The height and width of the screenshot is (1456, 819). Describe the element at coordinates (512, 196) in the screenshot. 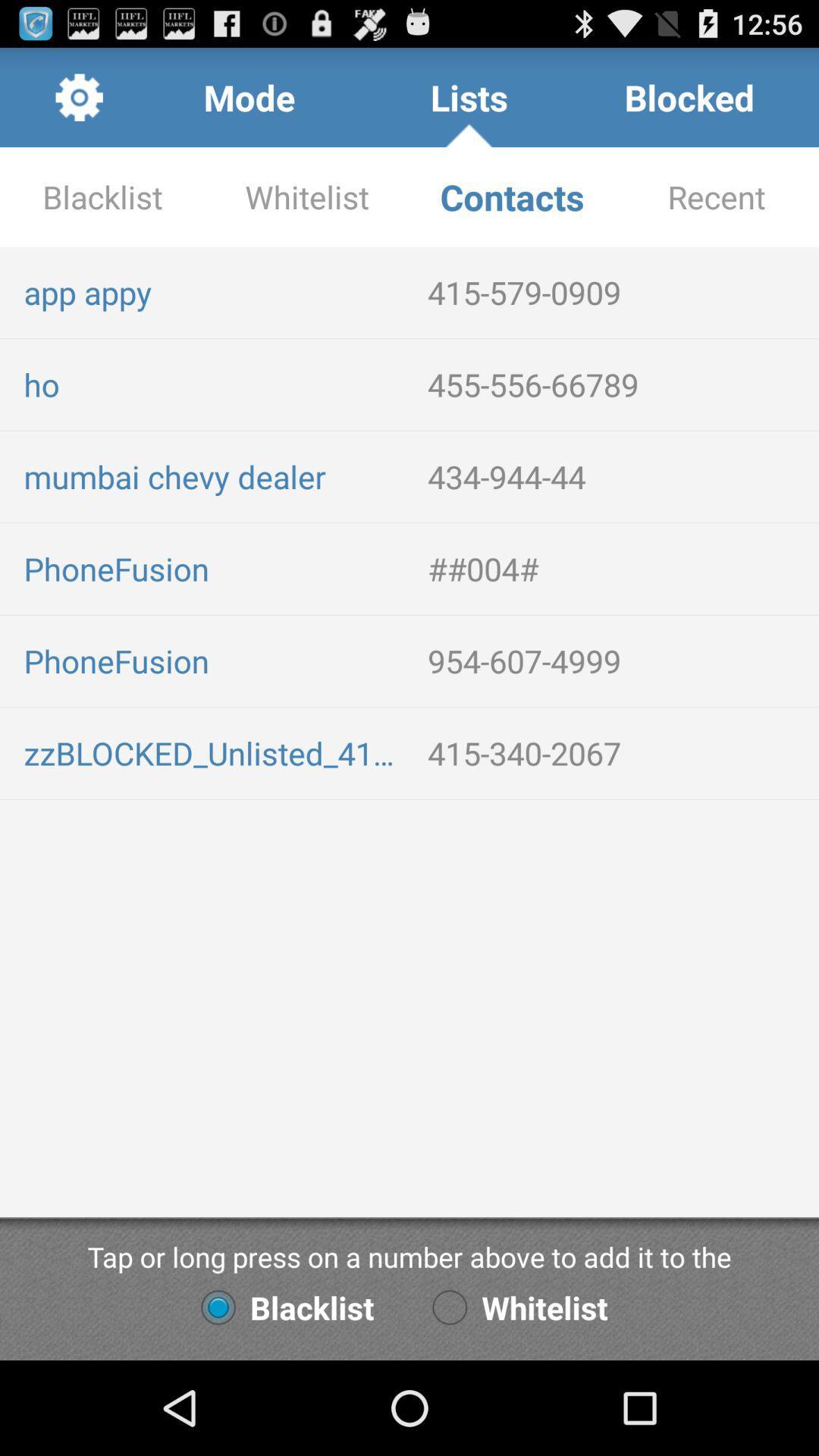

I see `item below the lists app` at that location.